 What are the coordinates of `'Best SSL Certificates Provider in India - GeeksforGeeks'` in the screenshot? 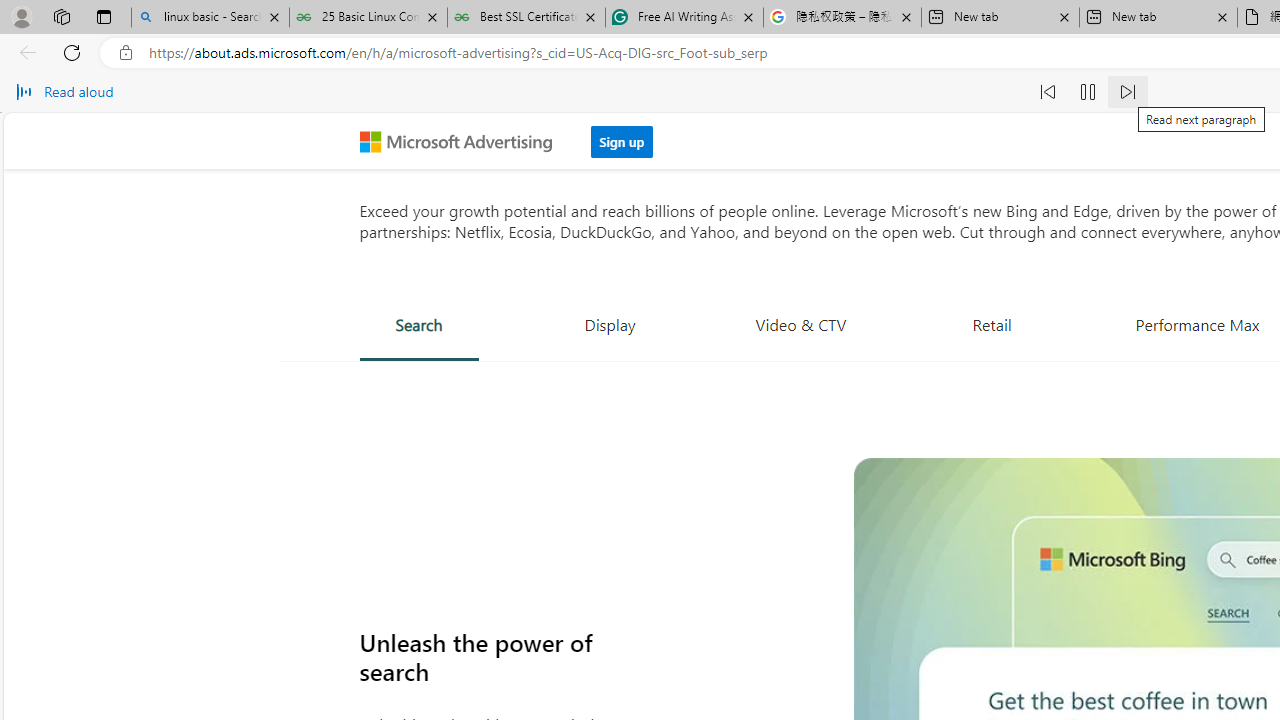 It's located at (526, 17).